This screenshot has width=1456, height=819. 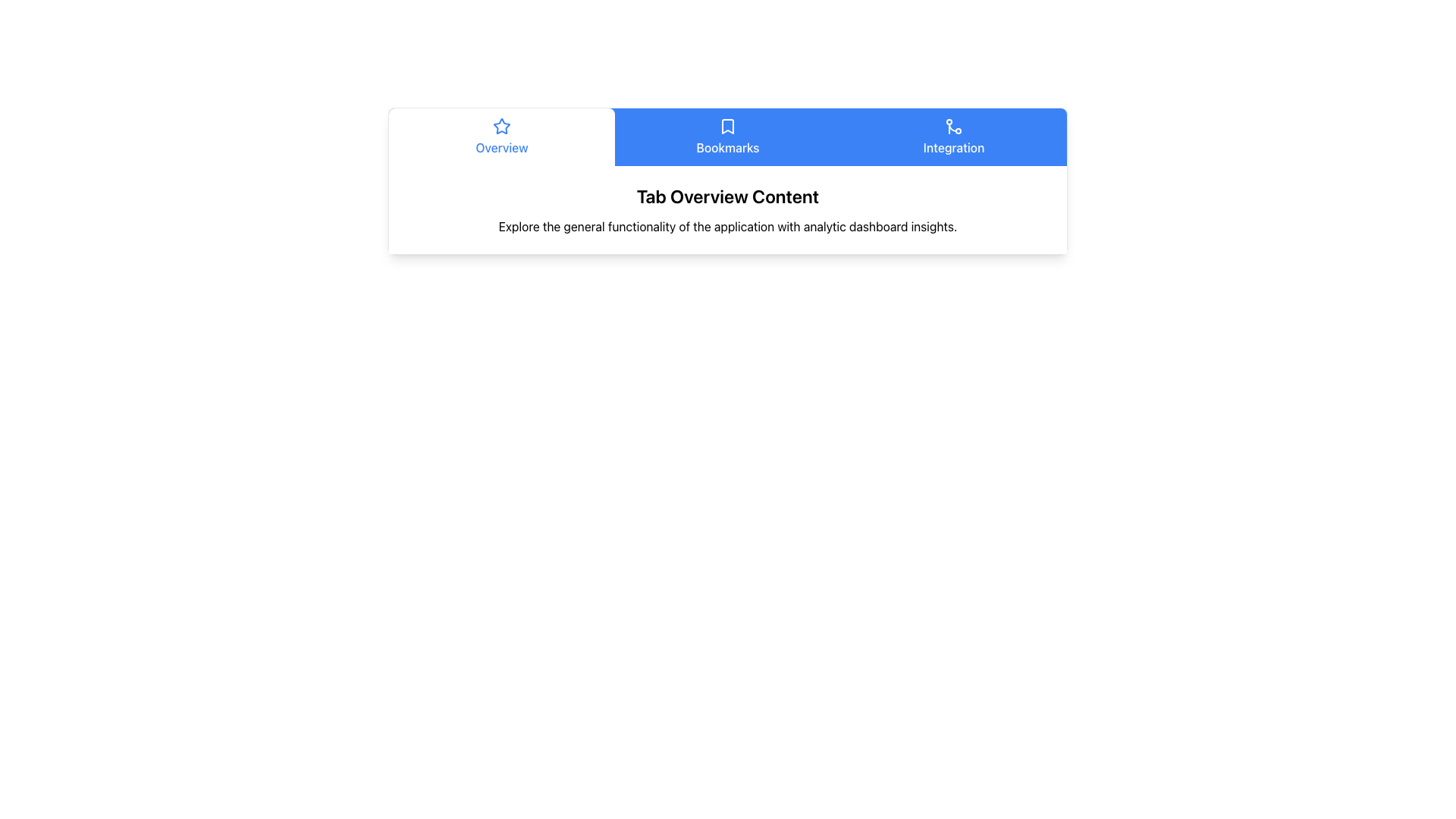 What do you see at coordinates (728, 137) in the screenshot?
I see `the 'Bookmarks' navigational button located centrally in the grid at the top of the interface to observe its hover effects` at bounding box center [728, 137].